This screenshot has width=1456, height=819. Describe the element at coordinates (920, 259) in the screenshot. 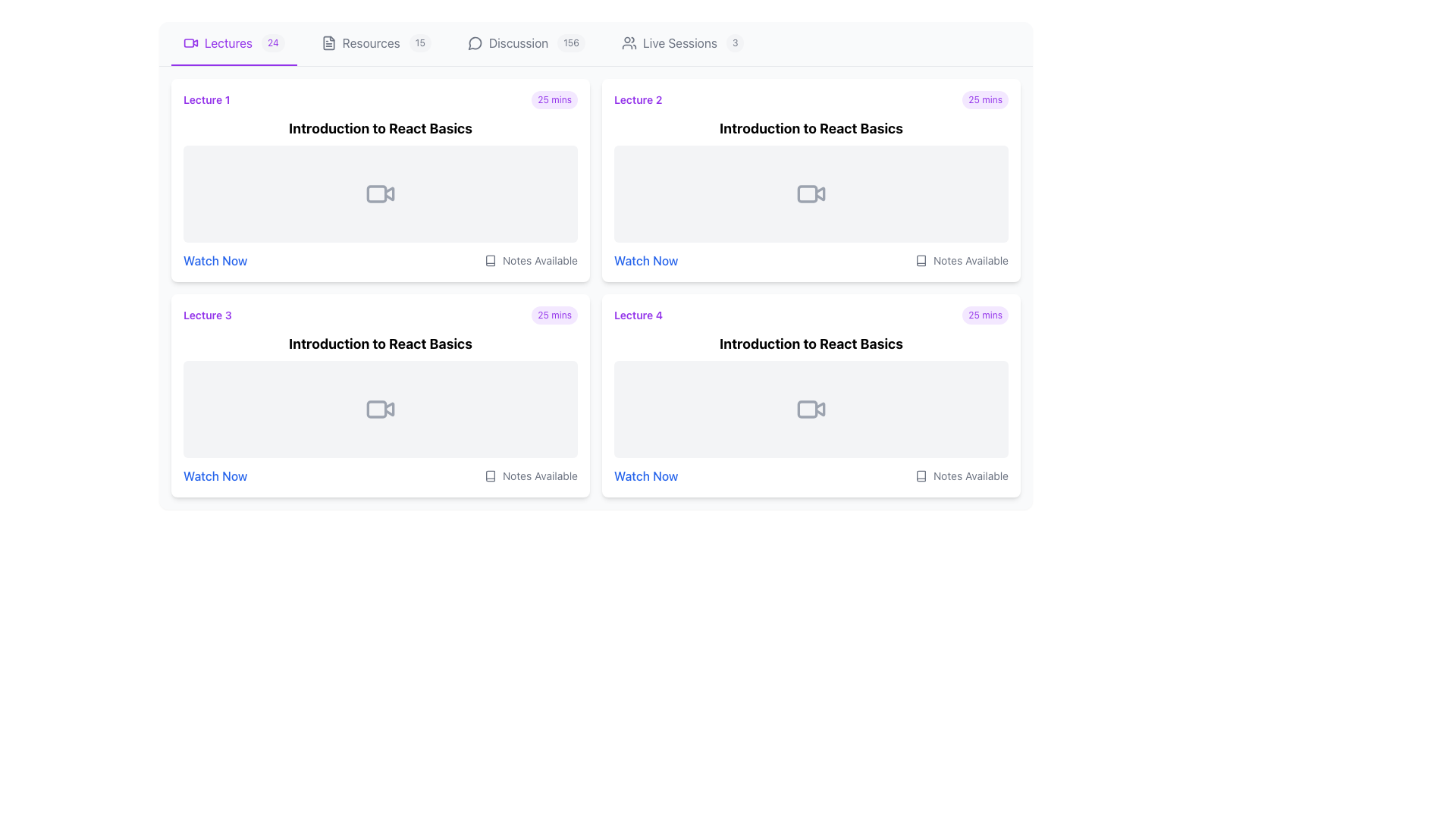

I see `the icon located to the left of the 'Notes Available' text in the bottom-right section of the second card in the upper row of a two-row grid` at that location.